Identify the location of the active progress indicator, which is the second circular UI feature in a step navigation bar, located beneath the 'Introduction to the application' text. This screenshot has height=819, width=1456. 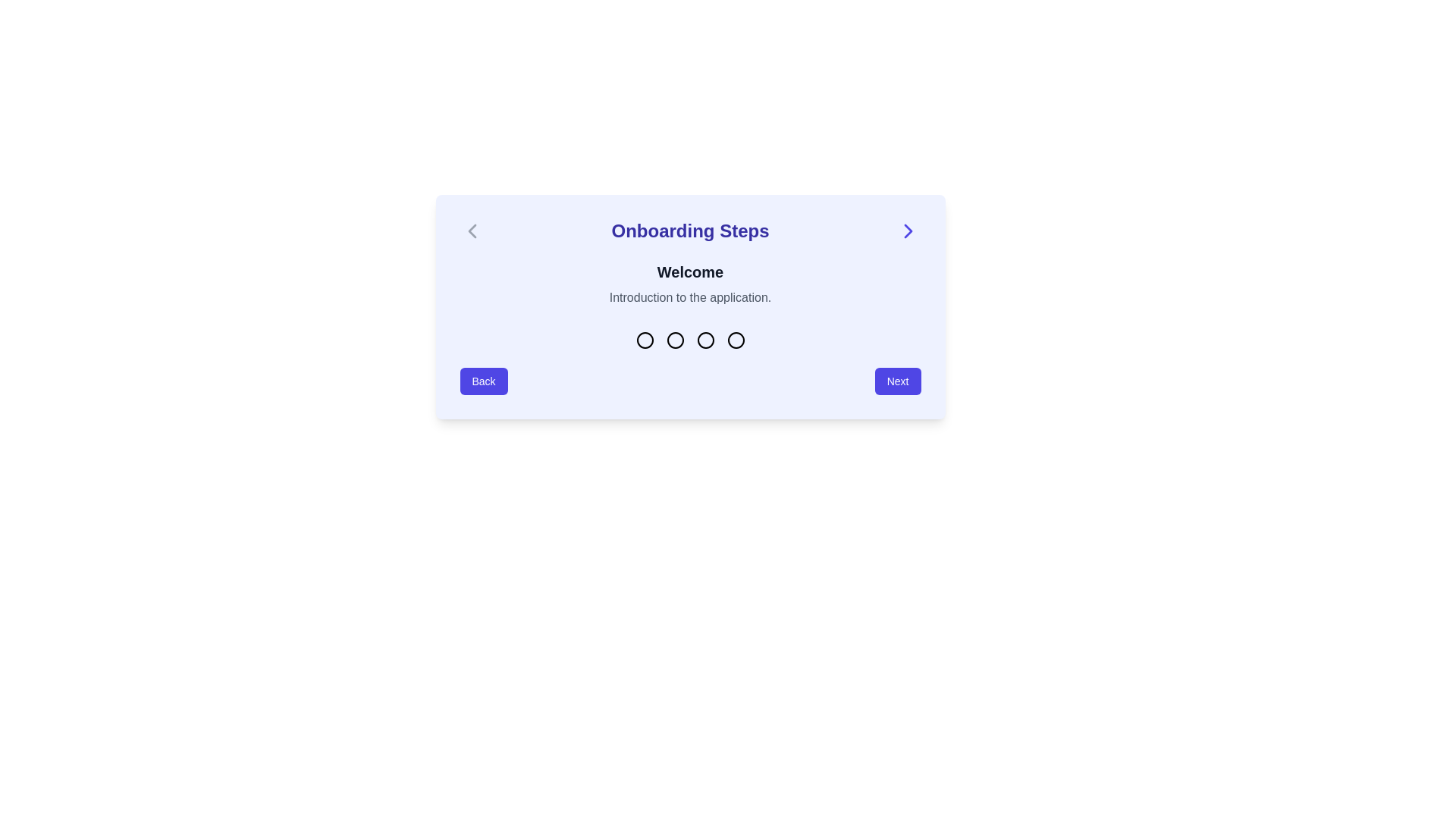
(674, 339).